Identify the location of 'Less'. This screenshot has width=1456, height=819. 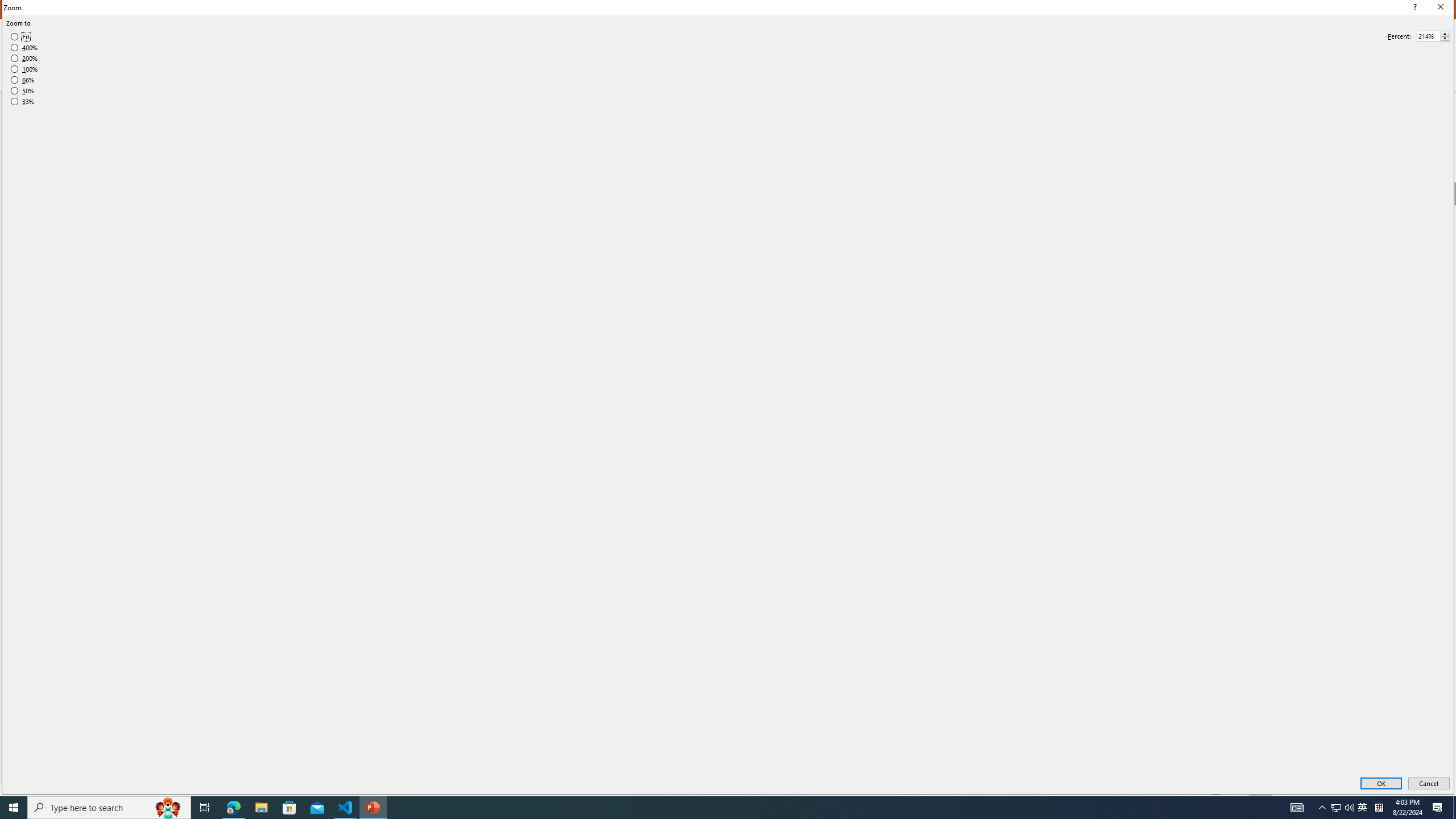
(1444, 39).